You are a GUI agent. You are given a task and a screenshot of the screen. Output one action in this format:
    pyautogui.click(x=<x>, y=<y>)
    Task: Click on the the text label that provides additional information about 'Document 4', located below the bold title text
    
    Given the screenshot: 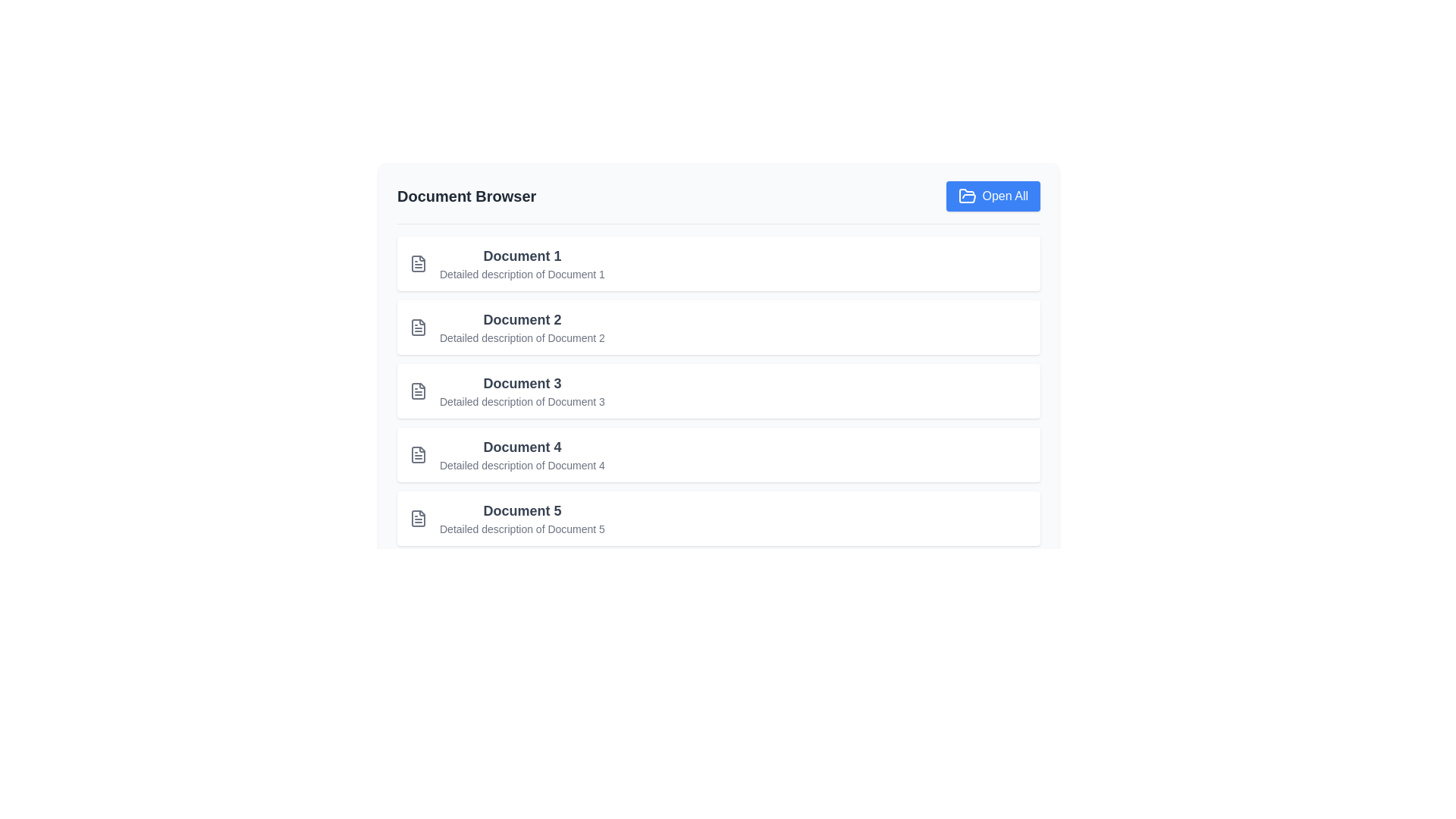 What is the action you would take?
    pyautogui.click(x=522, y=464)
    